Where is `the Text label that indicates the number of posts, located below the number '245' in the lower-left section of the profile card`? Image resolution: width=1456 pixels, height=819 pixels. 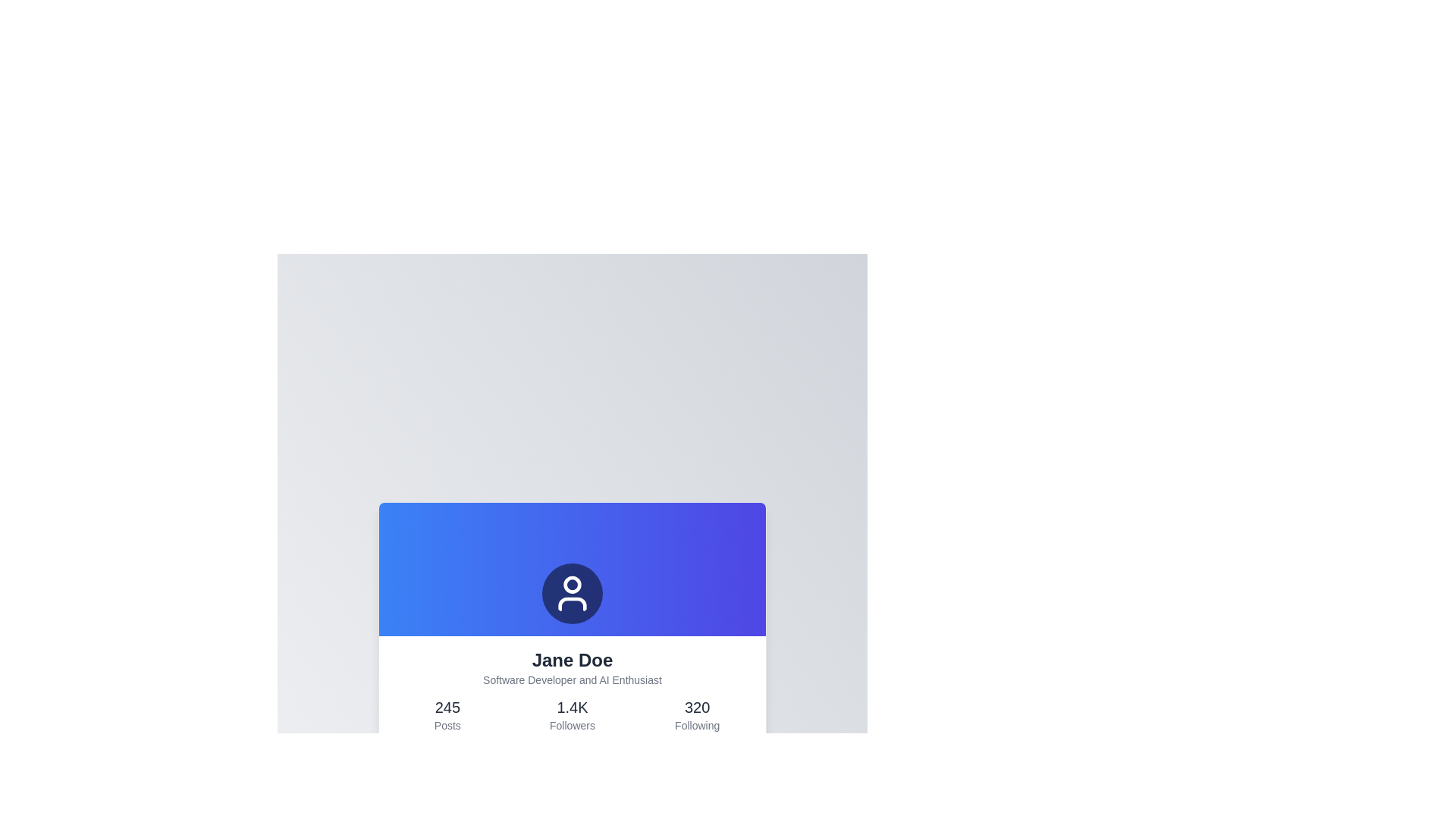
the Text label that indicates the number of posts, located below the number '245' in the lower-left section of the profile card is located at coordinates (447, 724).